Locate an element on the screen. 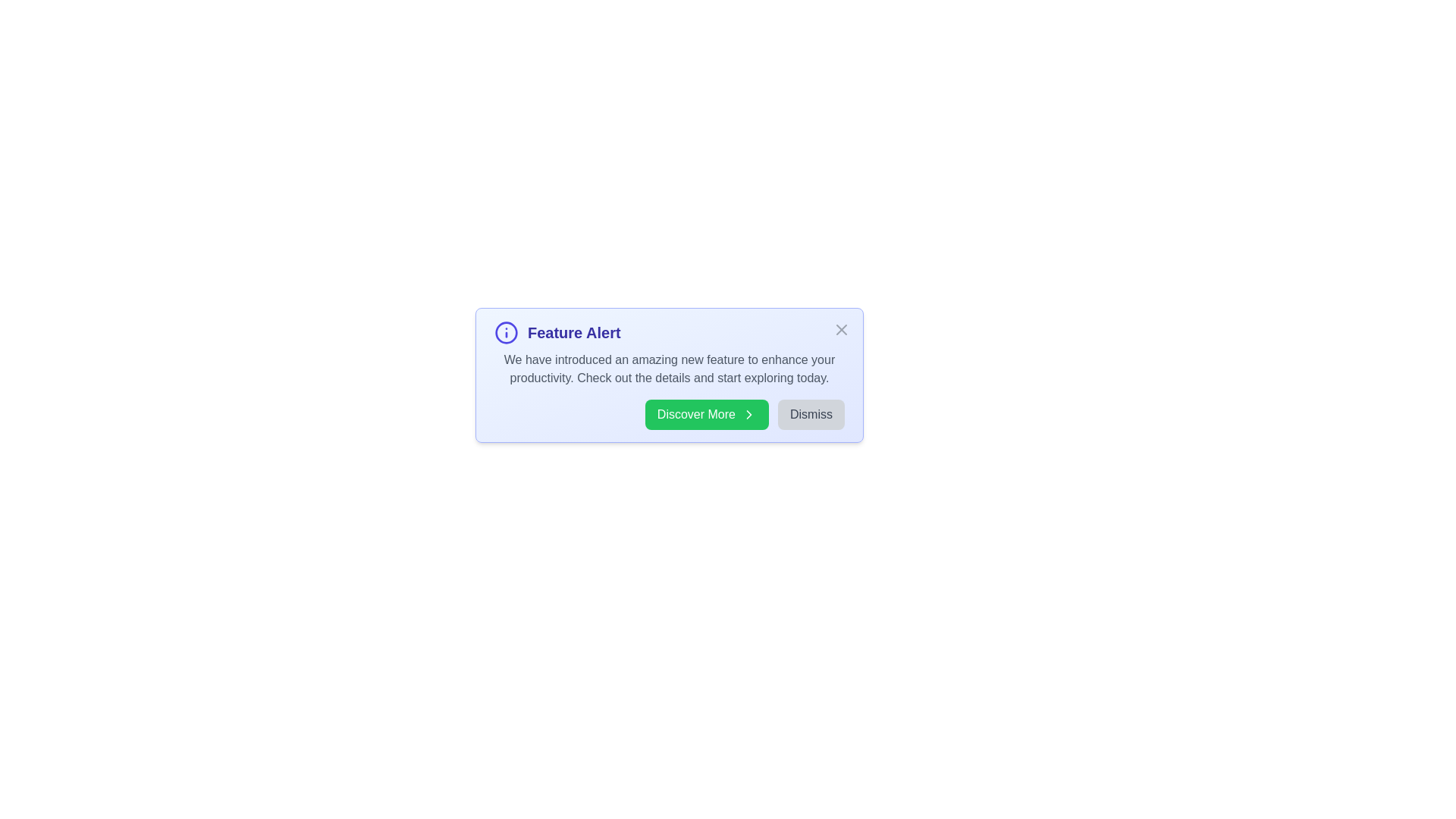  'Discover More' button to explore details is located at coordinates (705, 415).